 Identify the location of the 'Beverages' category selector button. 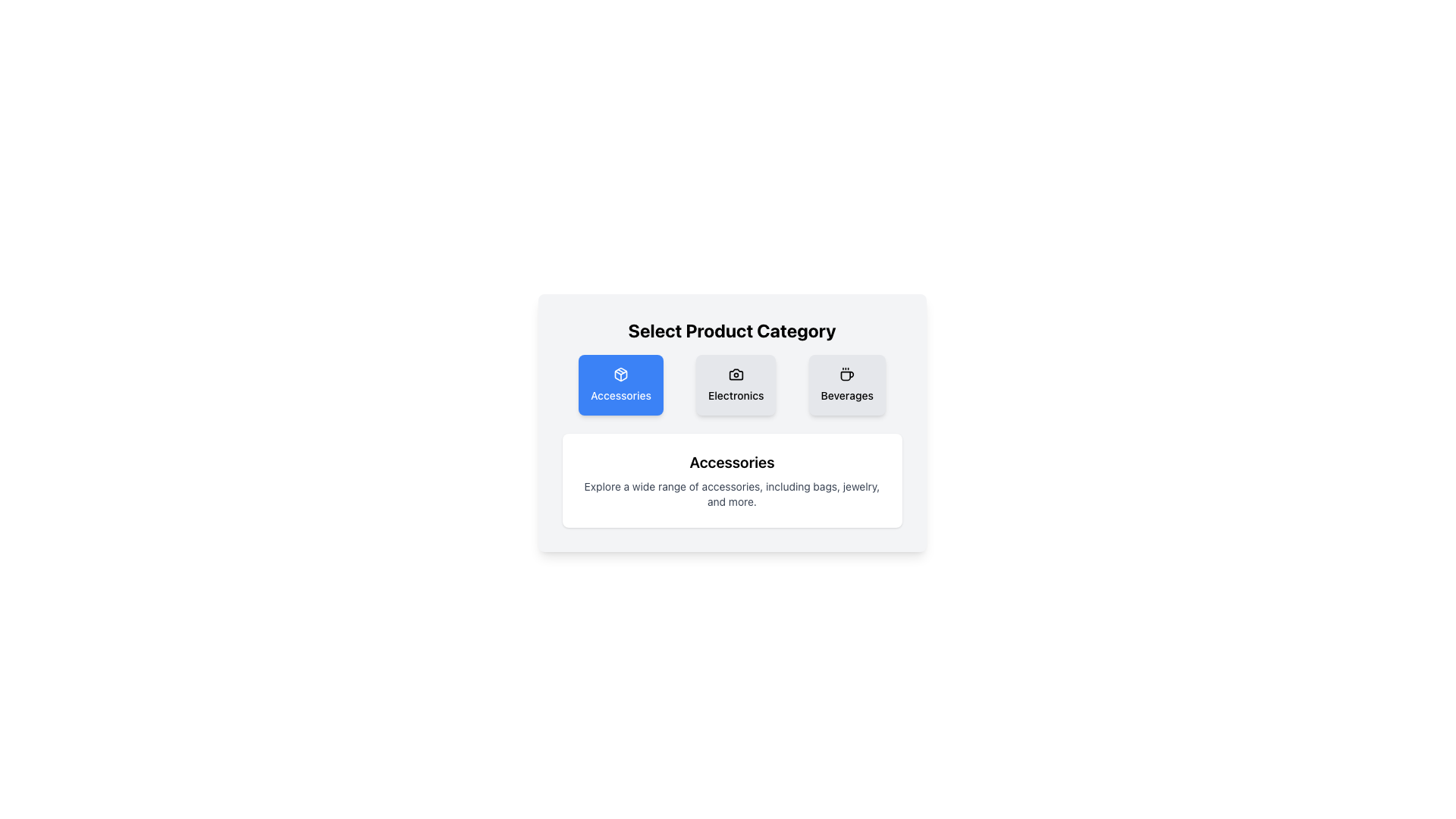
(846, 384).